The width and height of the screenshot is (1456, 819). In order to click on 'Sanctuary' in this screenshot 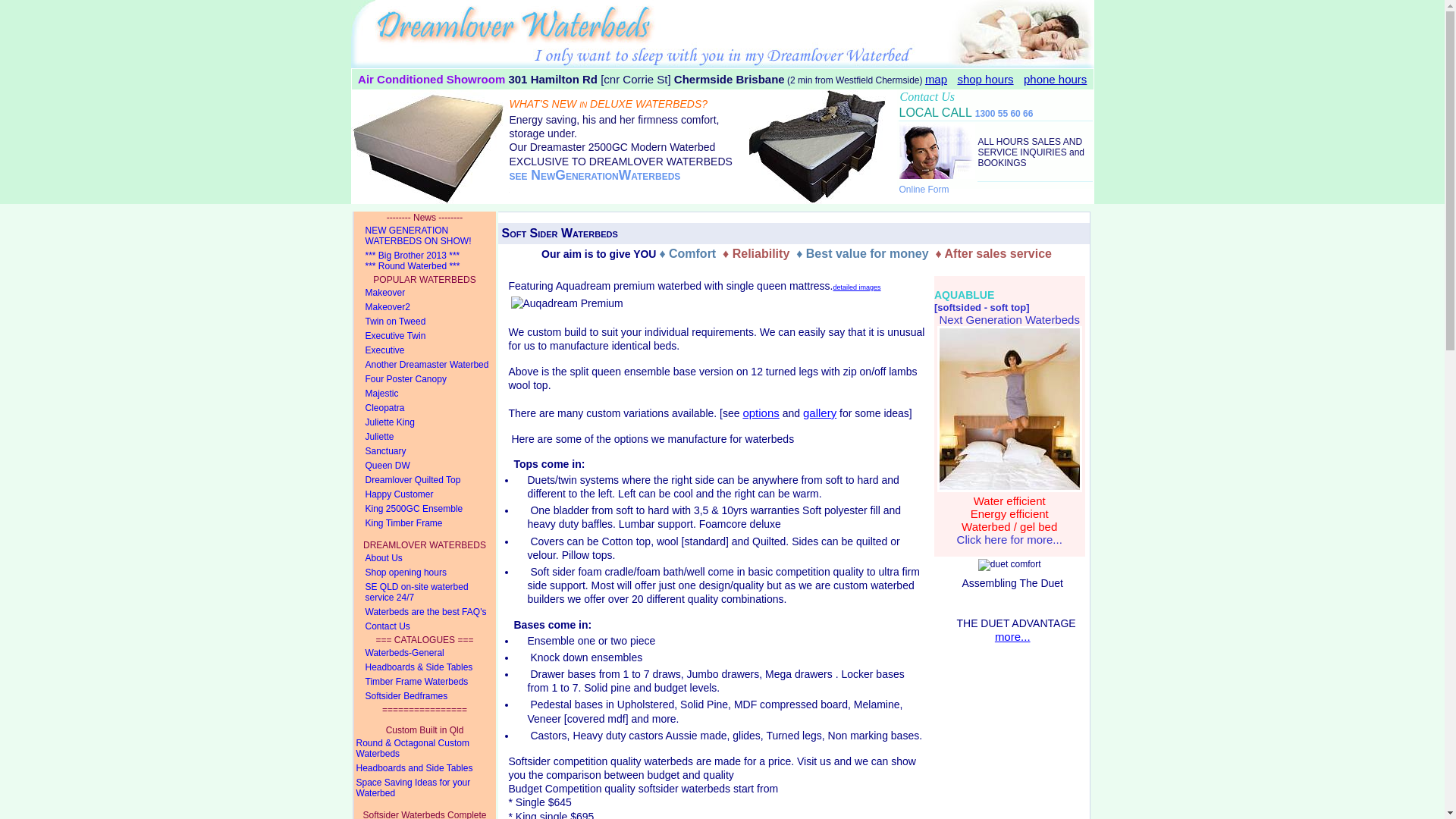, I will do `click(424, 450)`.